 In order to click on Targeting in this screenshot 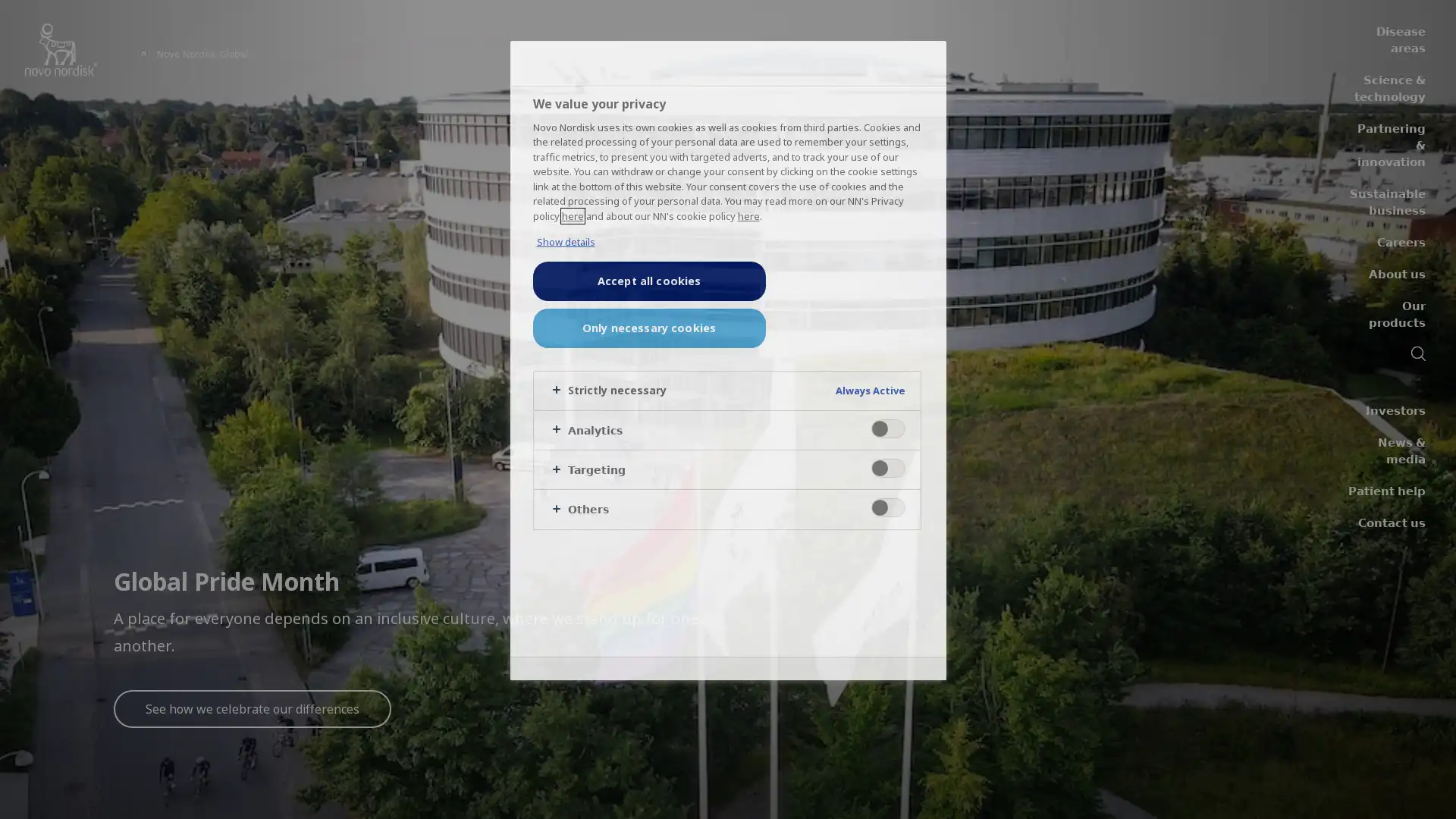, I will do `click(726, 469)`.